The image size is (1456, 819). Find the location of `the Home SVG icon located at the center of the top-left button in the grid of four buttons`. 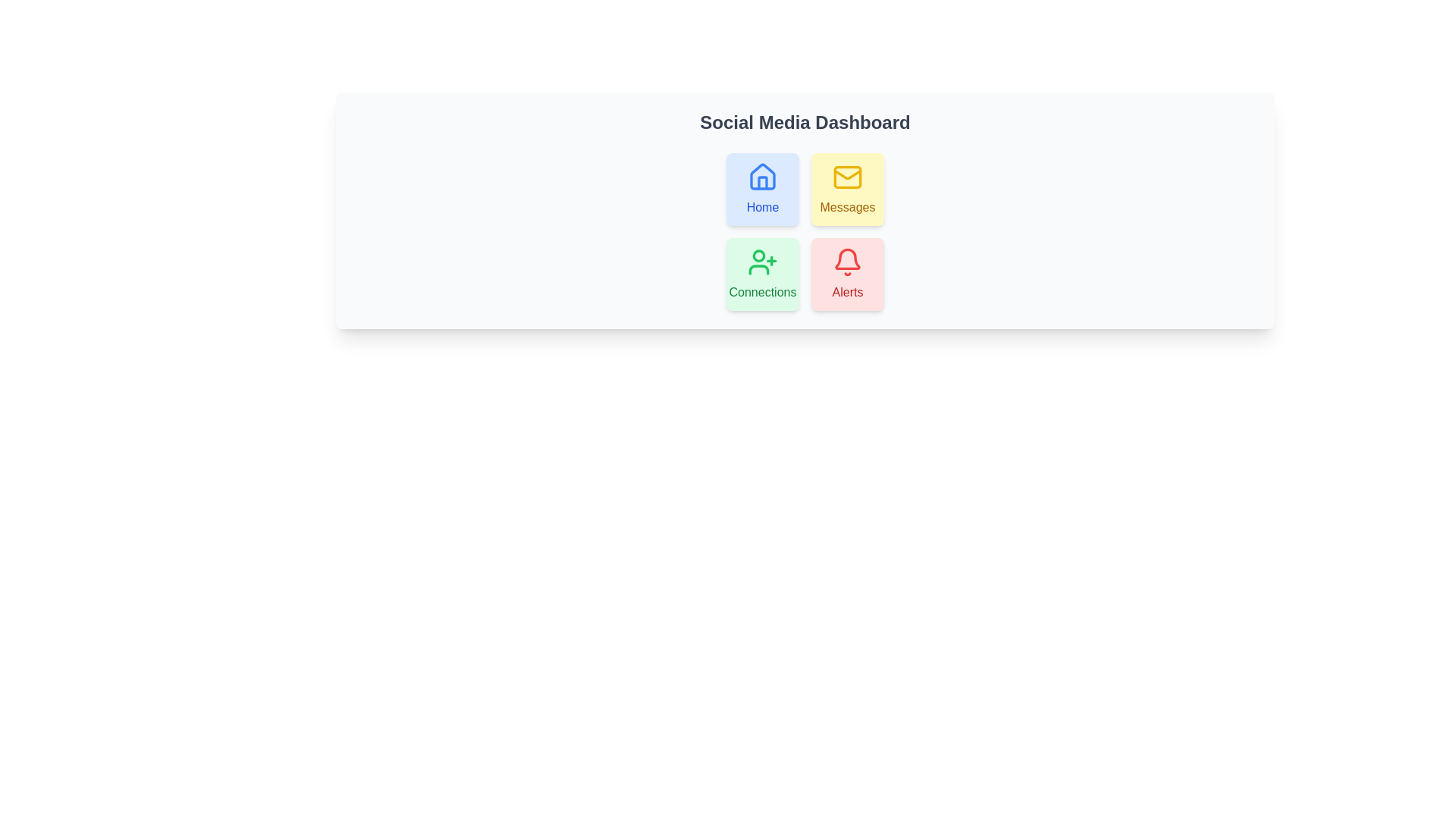

the Home SVG icon located at the center of the top-left button in the grid of four buttons is located at coordinates (763, 177).